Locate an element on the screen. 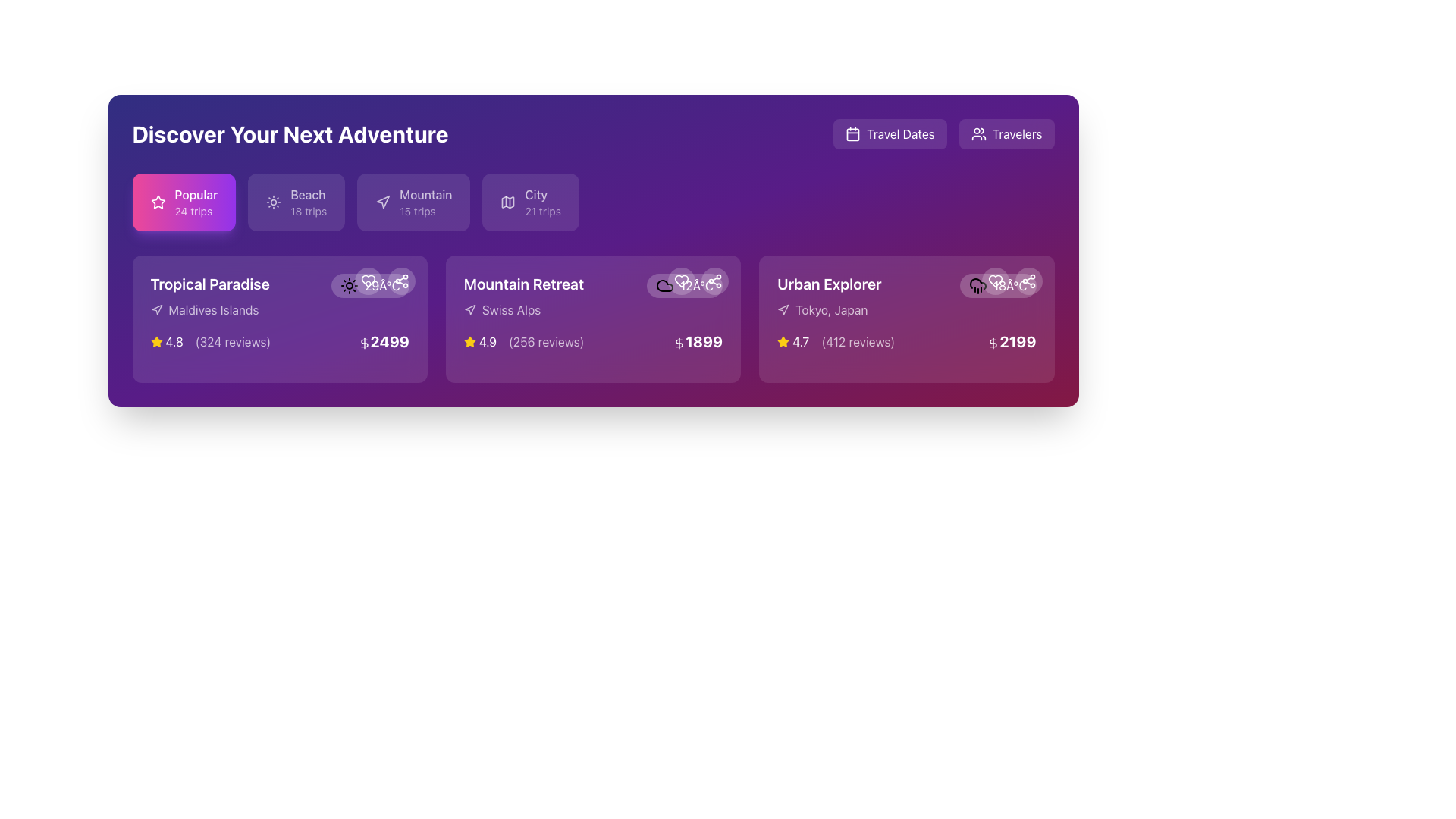  the favorite status icon located to the left of the 'Popular' label in the 'Tropical Paradise' card is located at coordinates (158, 201).